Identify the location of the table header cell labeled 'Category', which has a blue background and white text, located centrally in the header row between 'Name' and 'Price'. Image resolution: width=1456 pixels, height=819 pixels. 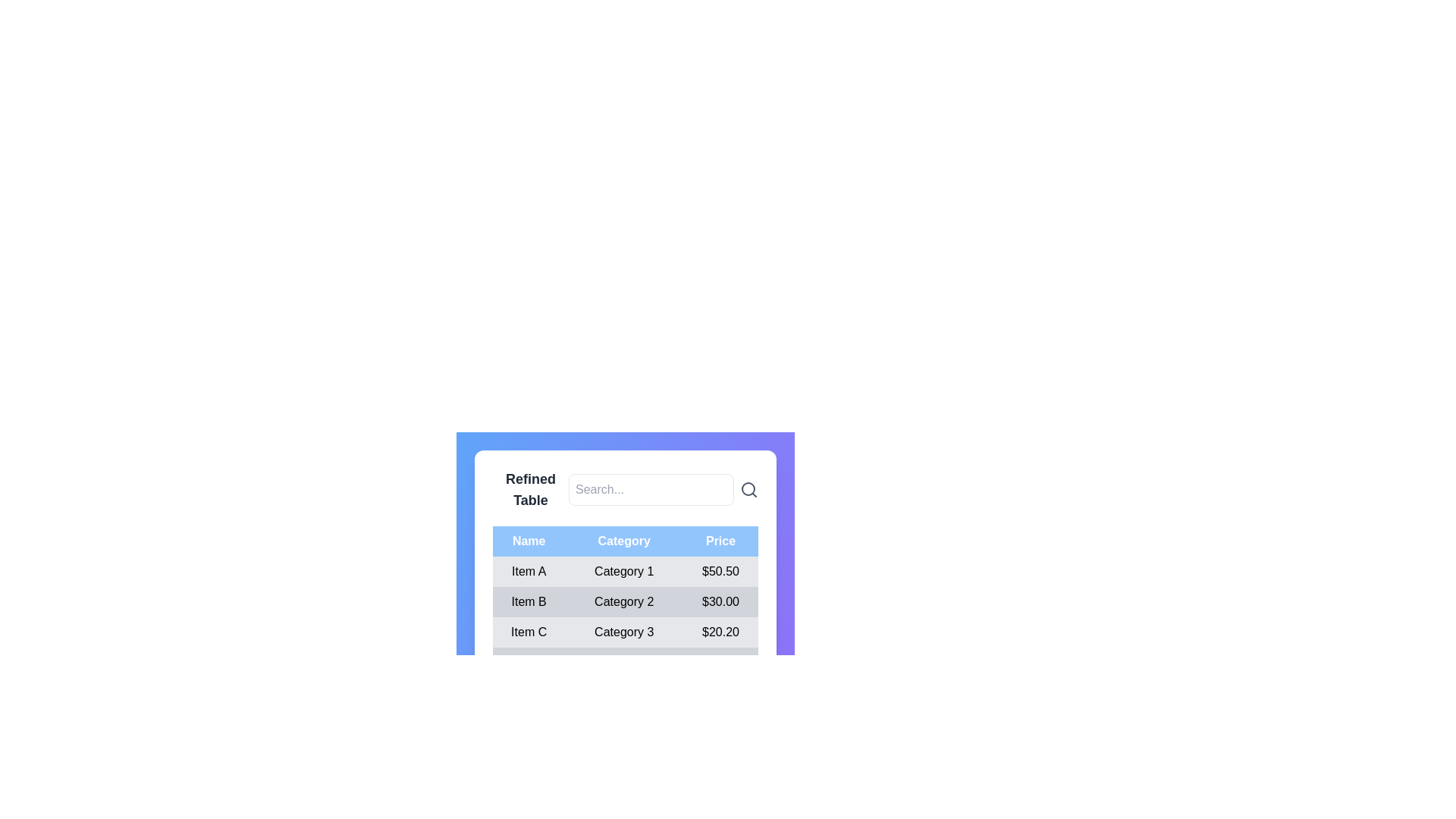
(624, 540).